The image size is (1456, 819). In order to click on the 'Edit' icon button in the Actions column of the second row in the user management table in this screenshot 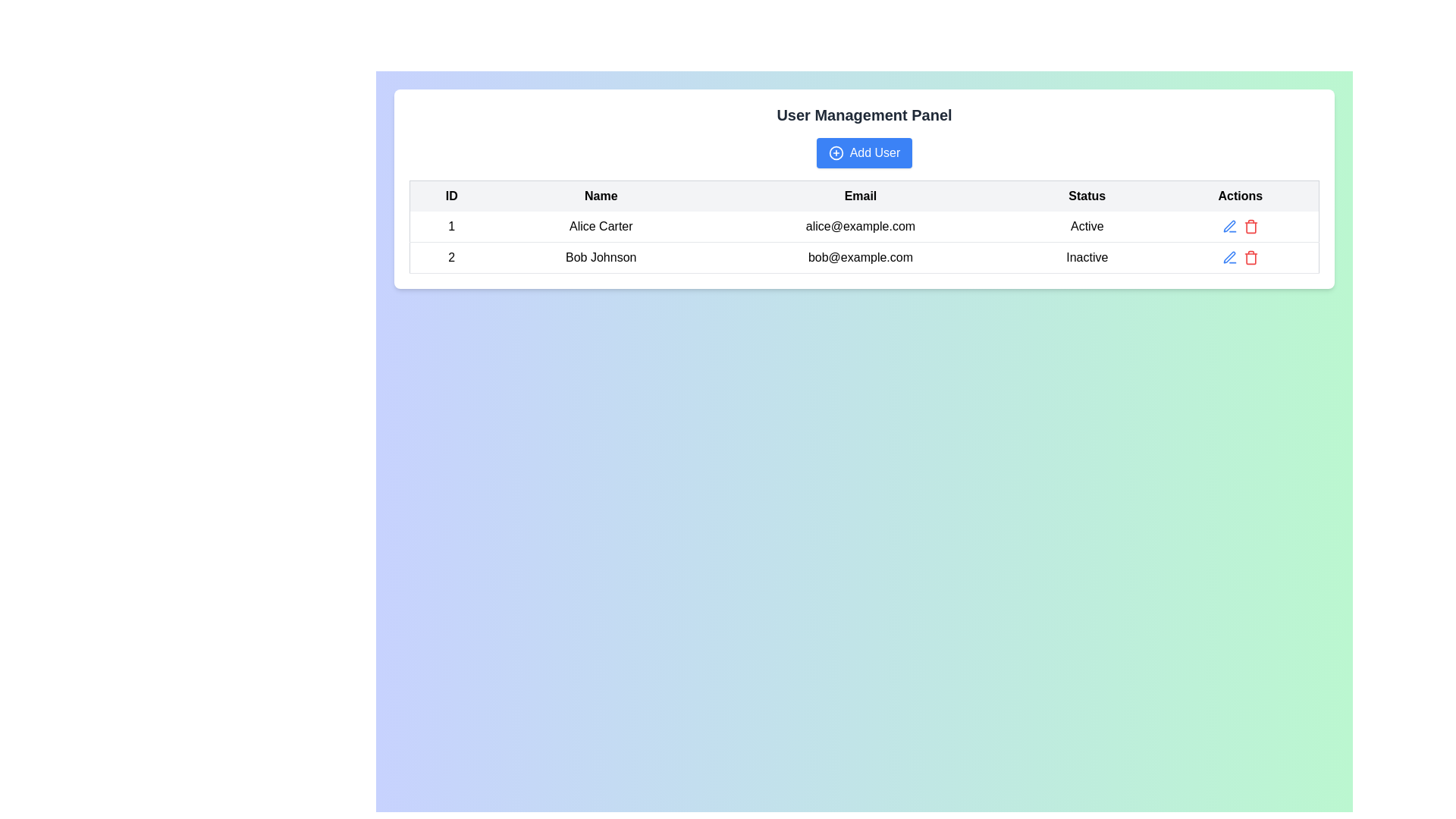, I will do `click(1229, 256)`.